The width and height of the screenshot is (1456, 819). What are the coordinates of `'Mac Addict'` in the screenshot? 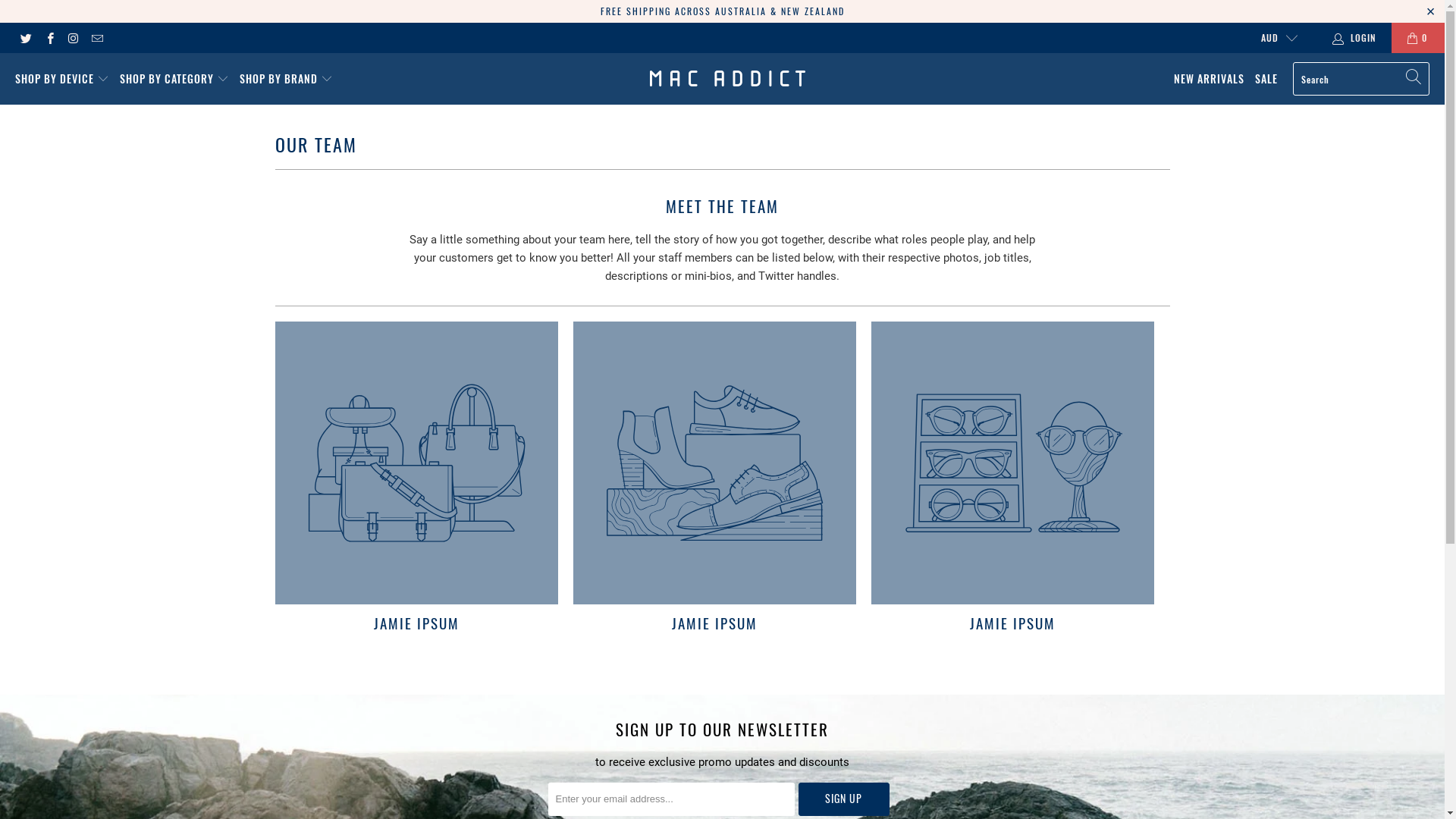 It's located at (726, 79).